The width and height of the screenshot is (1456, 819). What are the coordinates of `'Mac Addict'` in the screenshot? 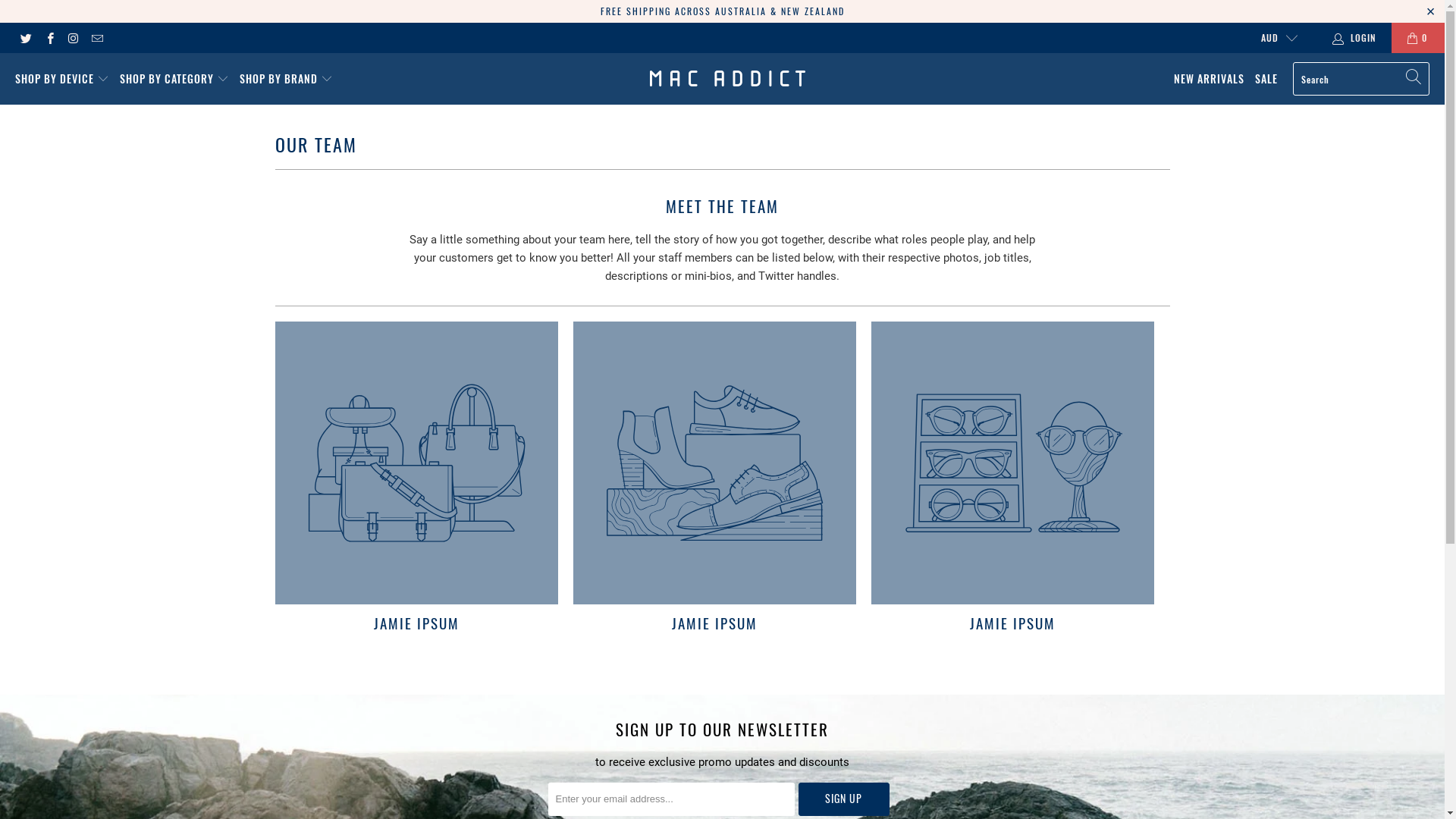 It's located at (726, 79).